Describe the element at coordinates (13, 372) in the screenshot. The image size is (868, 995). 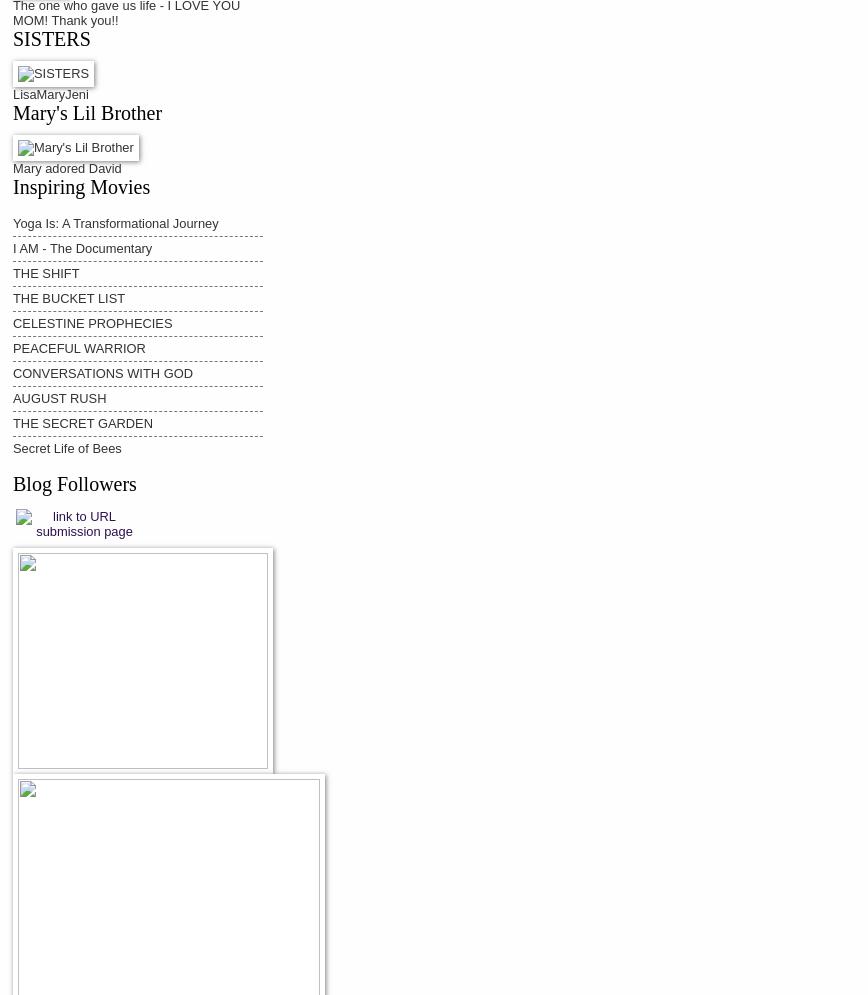
I see `'CONVERSATIONS WITH GOD'` at that location.